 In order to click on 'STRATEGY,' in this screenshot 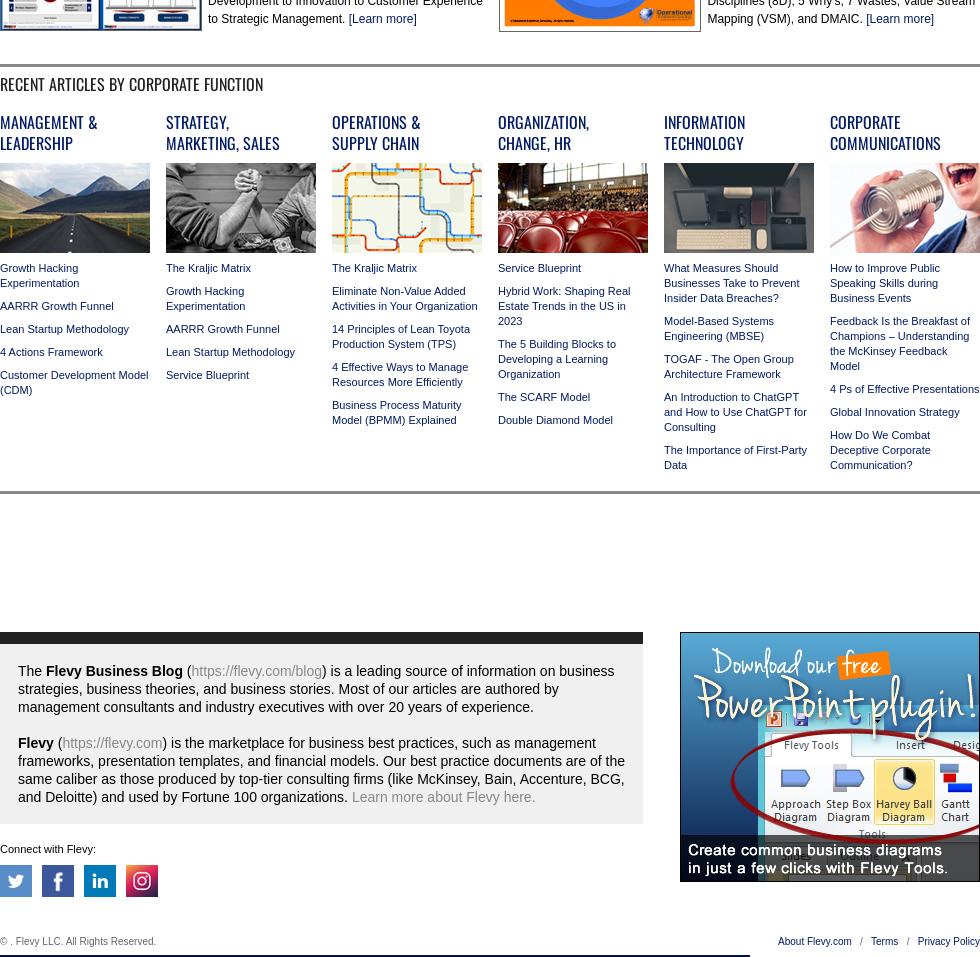, I will do `click(197, 122)`.